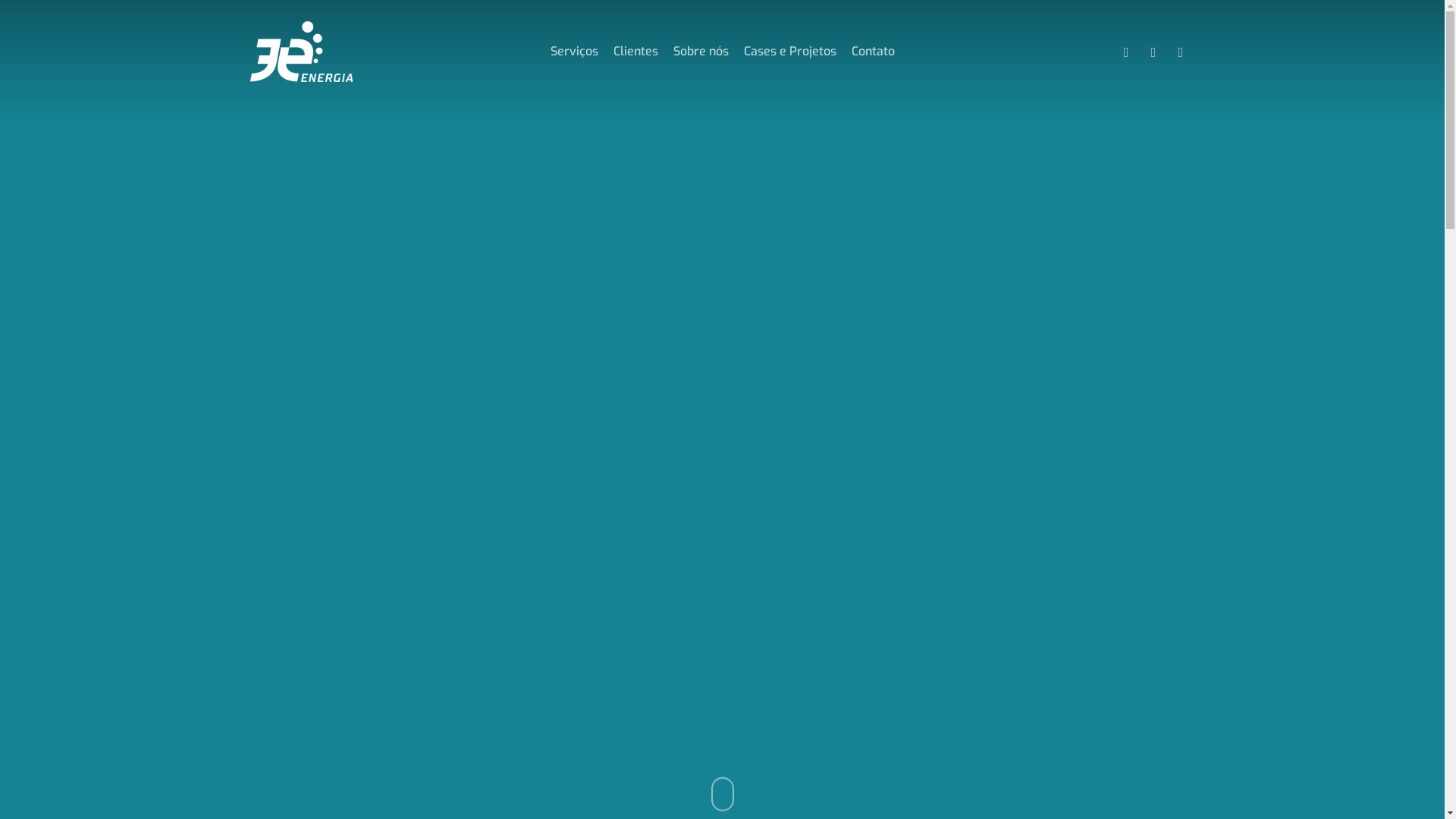 This screenshot has height=819, width=1456. Describe the element at coordinates (789, 51) in the screenshot. I see `'Cases e Projetos'` at that location.